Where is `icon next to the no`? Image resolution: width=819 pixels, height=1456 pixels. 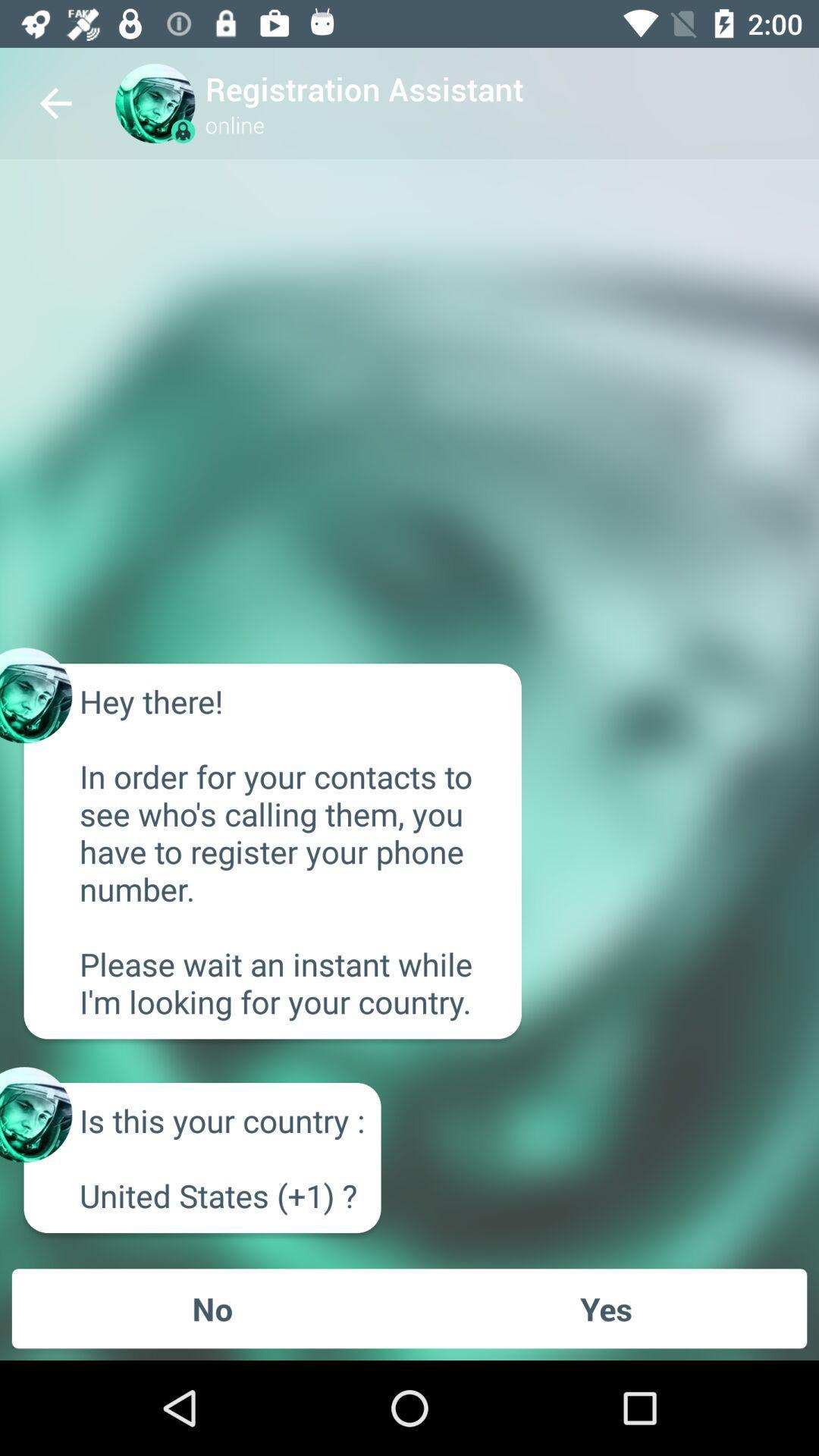 icon next to the no is located at coordinates (605, 1307).